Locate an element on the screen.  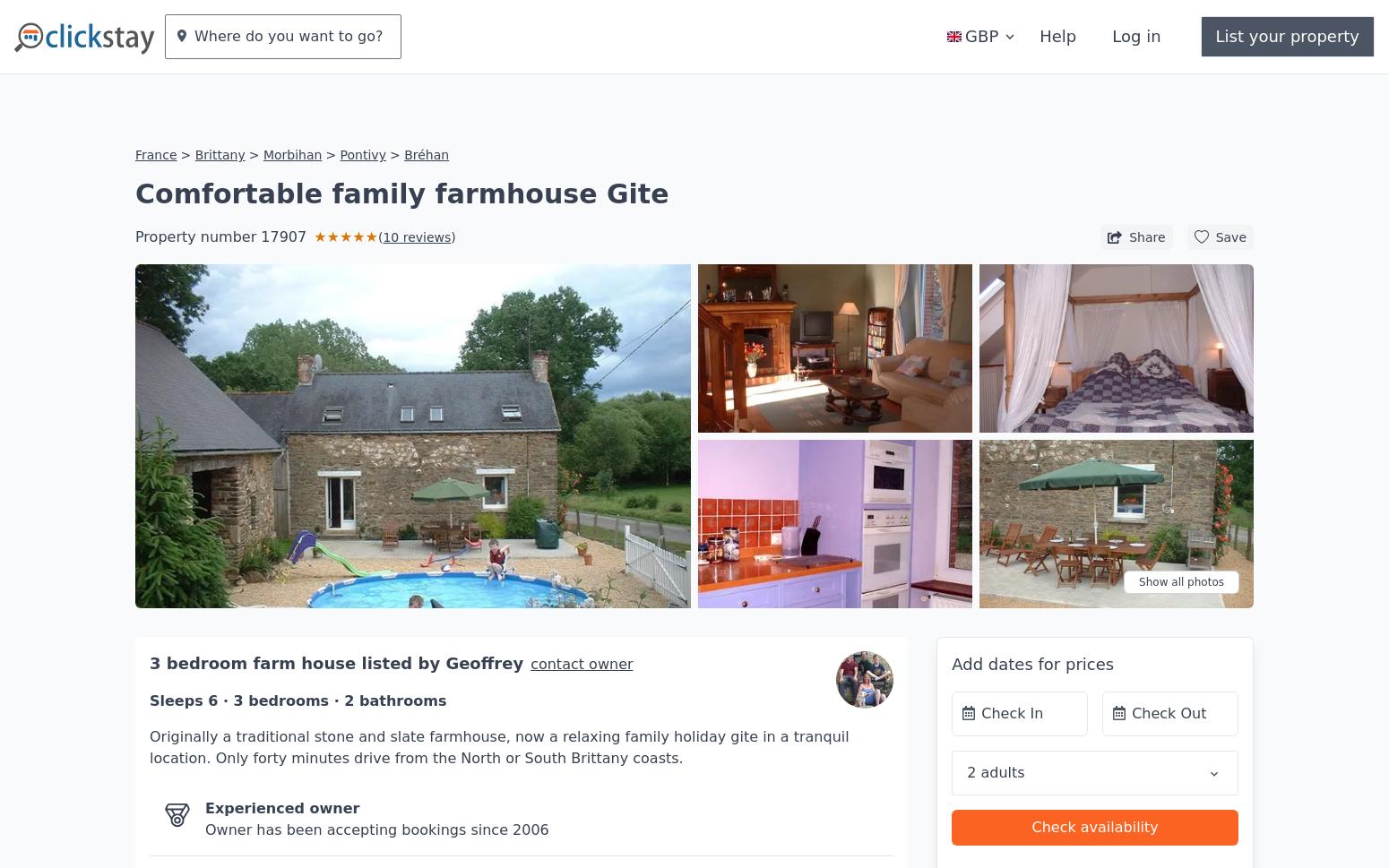
'3 bedroom' is located at coordinates (200, 608).